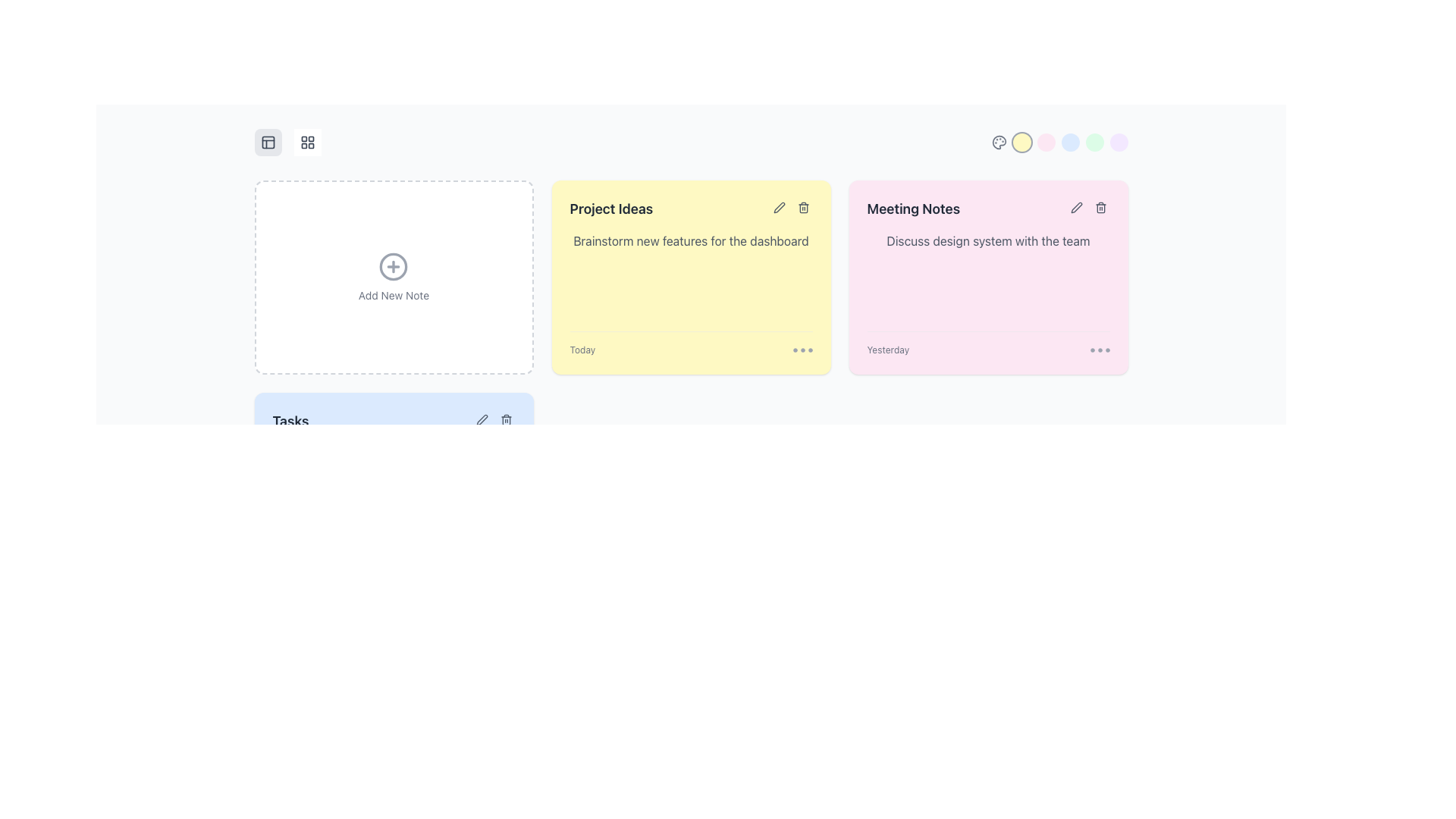 This screenshot has height=819, width=1456. I want to click on the edit button located in the top-right corner of the 'Meeting Notes' card to allow the user to modify the content, so click(1075, 207).